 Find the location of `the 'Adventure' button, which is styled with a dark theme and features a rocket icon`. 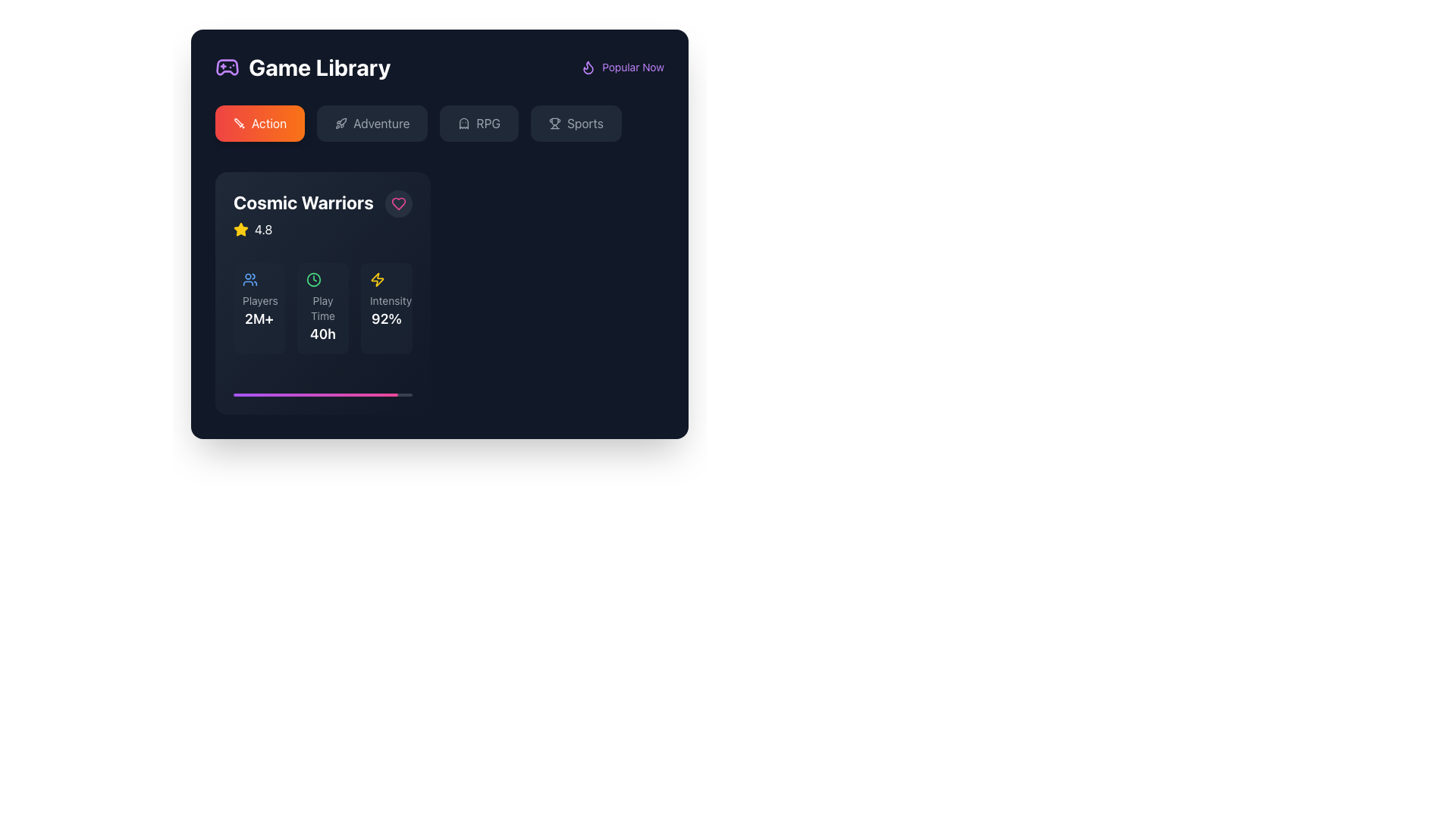

the 'Adventure' button, which is styled with a dark theme and features a rocket icon is located at coordinates (372, 122).